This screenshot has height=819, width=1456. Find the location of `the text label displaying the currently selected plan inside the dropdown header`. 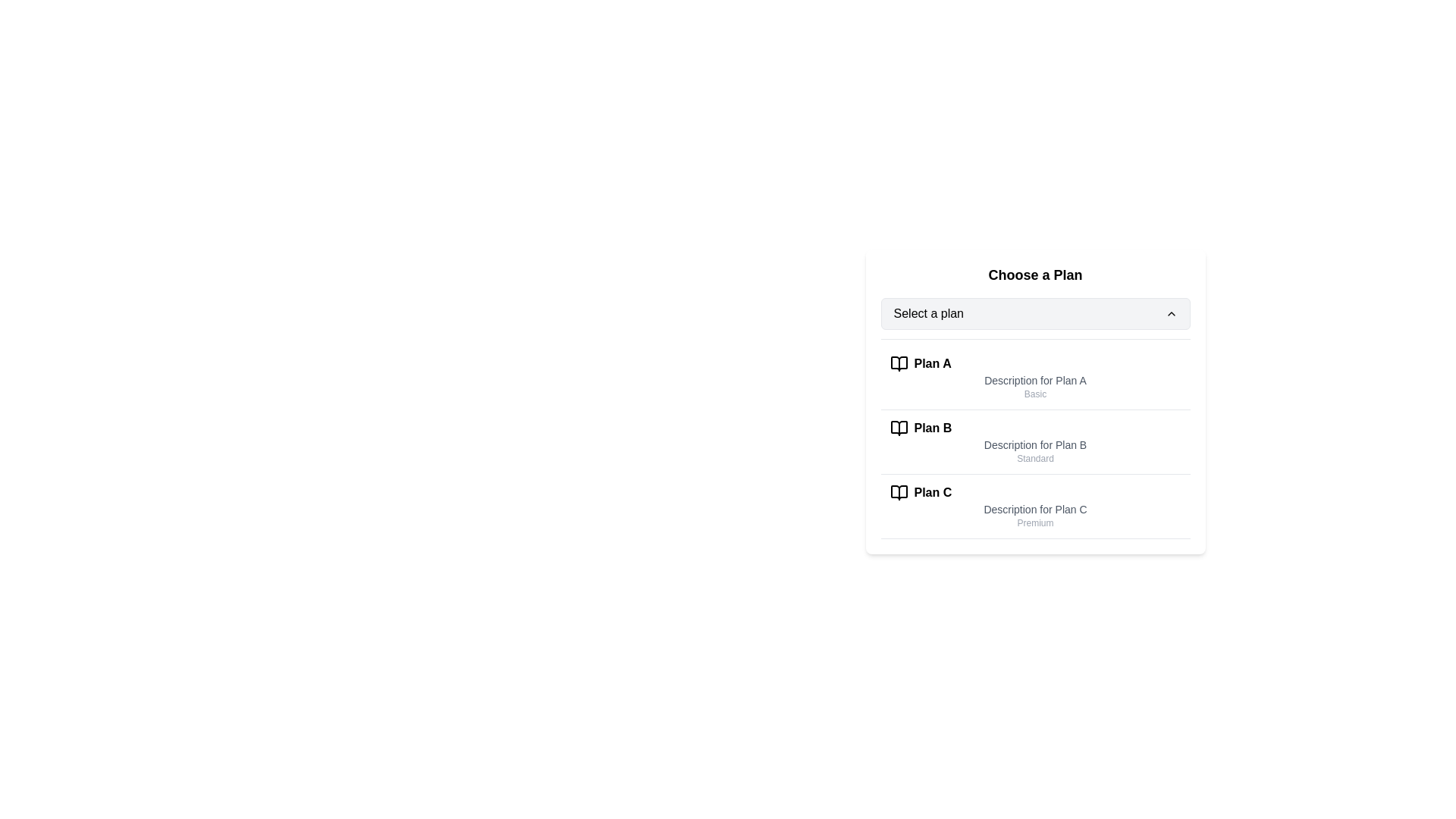

the text label displaying the currently selected plan inside the dropdown header is located at coordinates (927, 312).